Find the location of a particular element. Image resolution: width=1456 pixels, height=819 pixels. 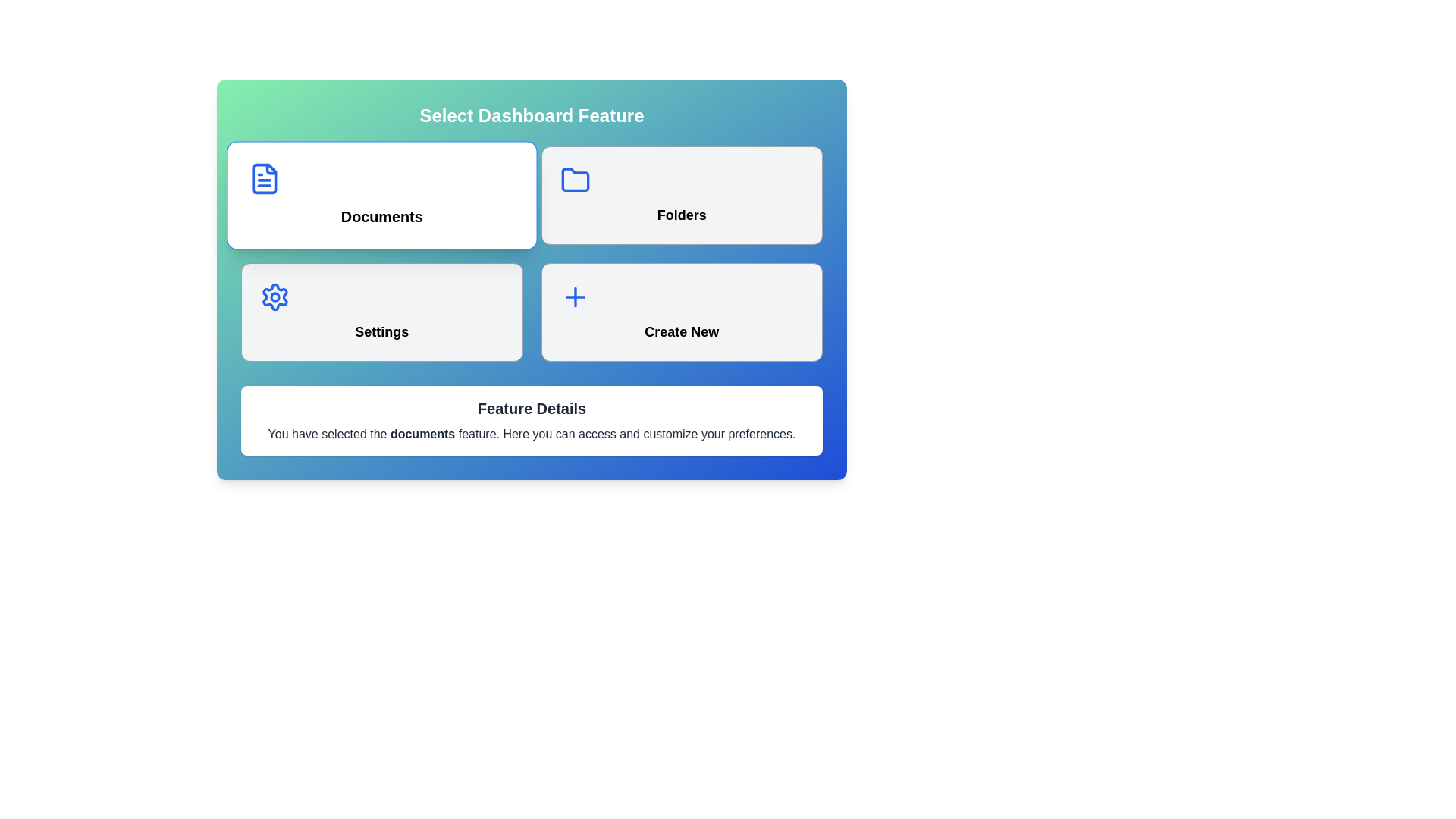

the blue plus sign icon with rounded edges located in the top left corner of the 'Create New' area with a gray background is located at coordinates (574, 297).